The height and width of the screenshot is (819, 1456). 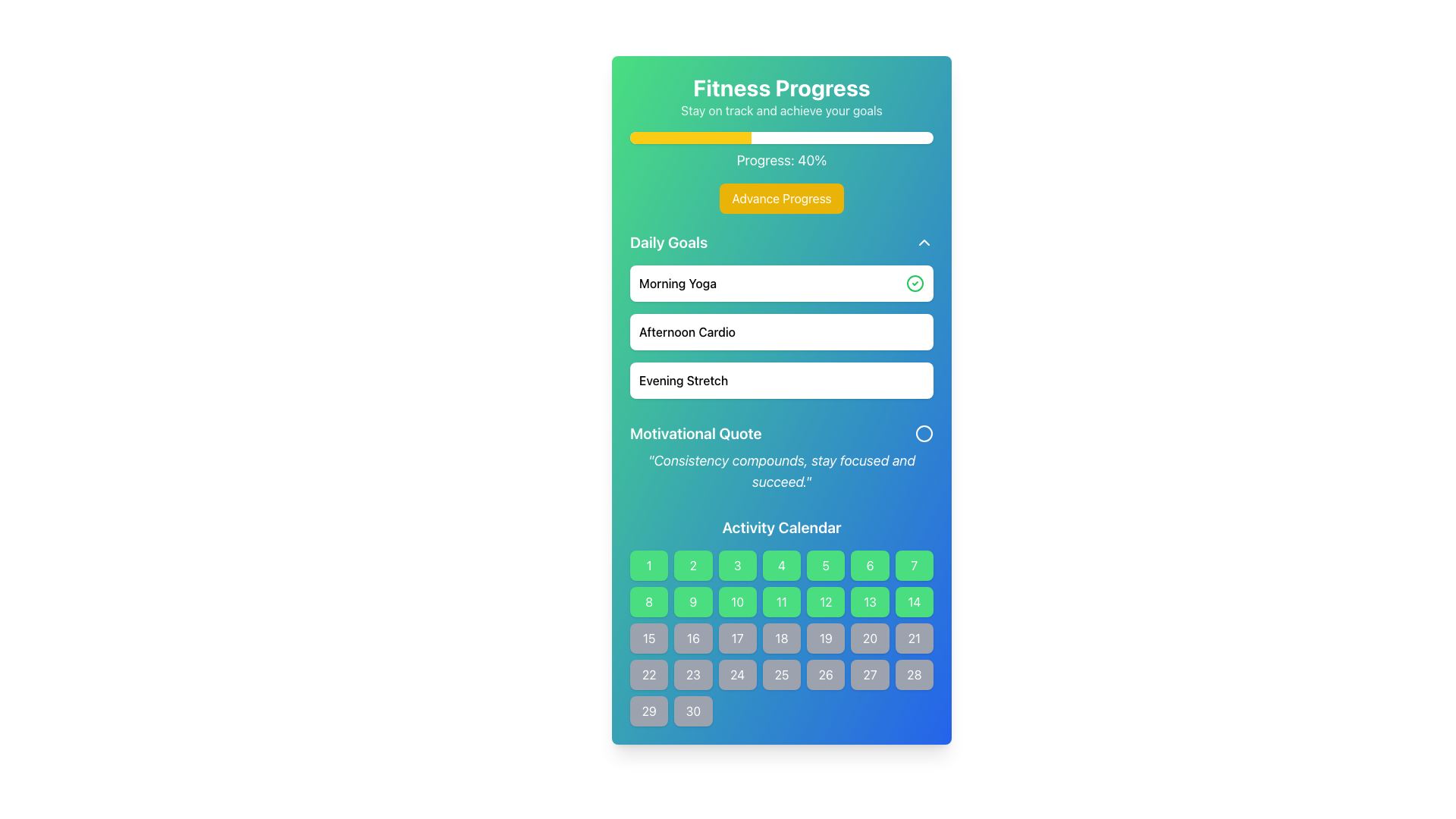 I want to click on the non-interactive button displaying the number '24' in a calendar grid layout, so click(x=737, y=674).